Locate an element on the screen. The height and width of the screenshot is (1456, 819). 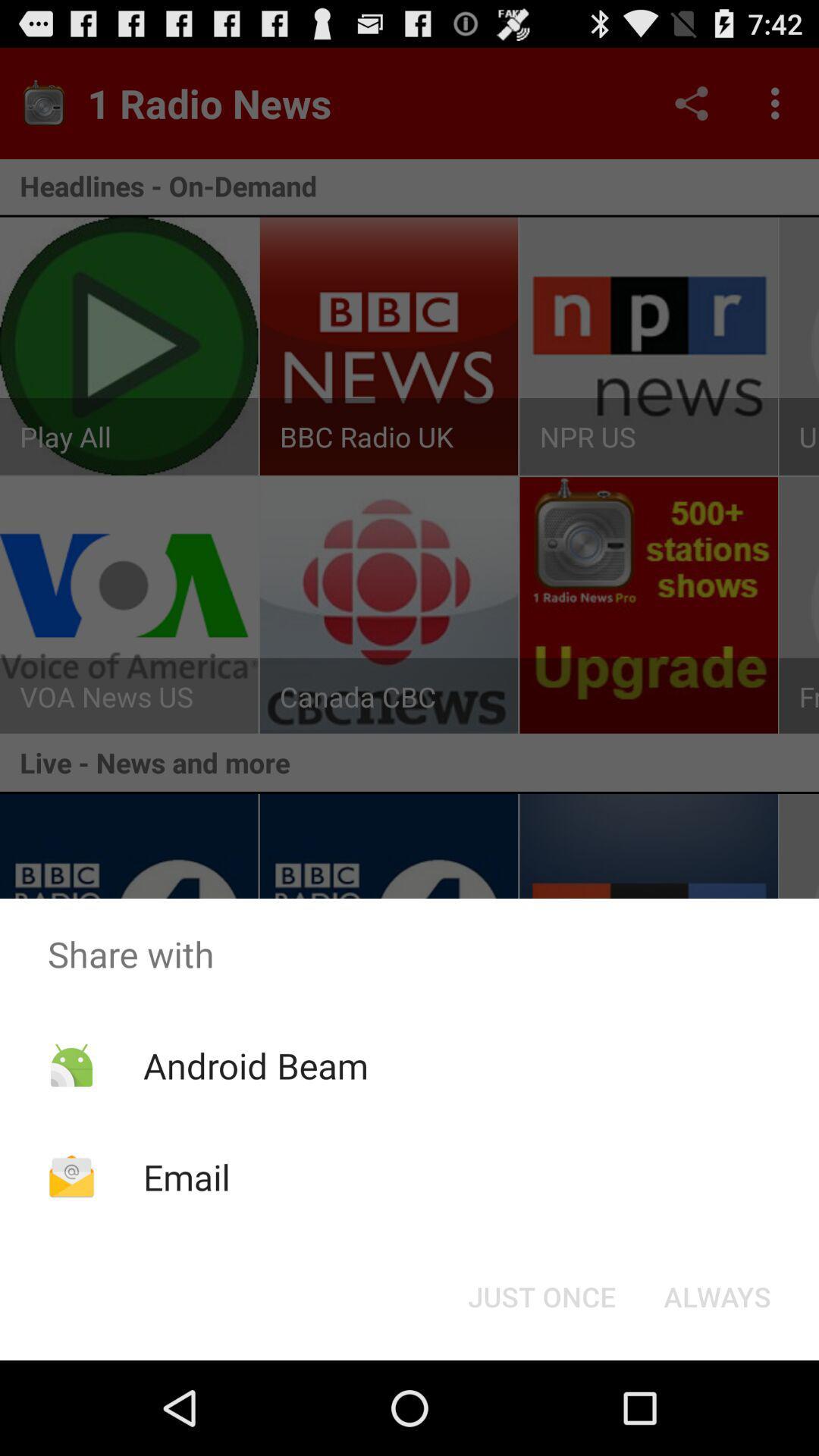
android beam item is located at coordinates (255, 1065).